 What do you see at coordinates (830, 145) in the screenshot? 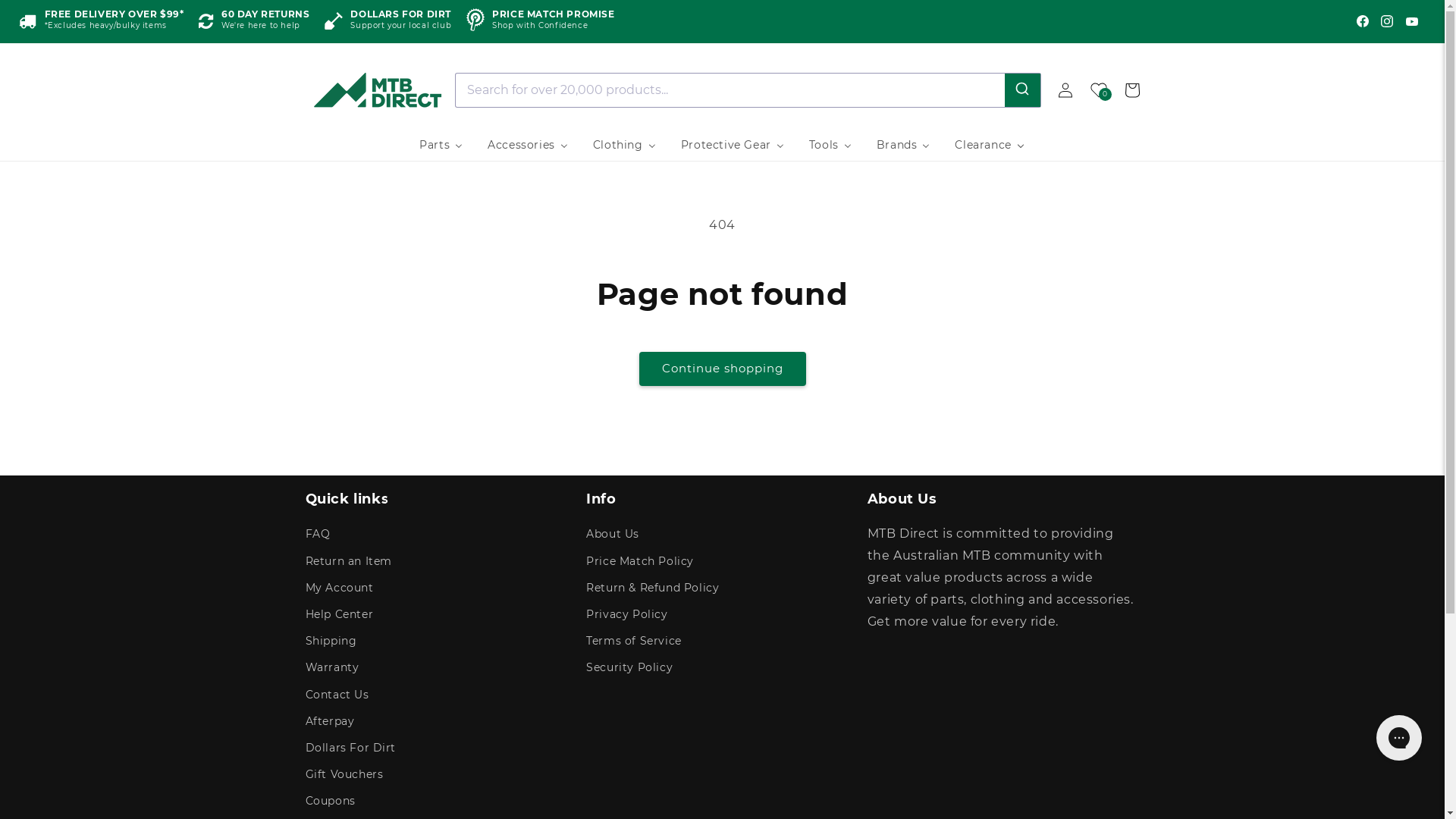
I see `'Tools'` at bounding box center [830, 145].